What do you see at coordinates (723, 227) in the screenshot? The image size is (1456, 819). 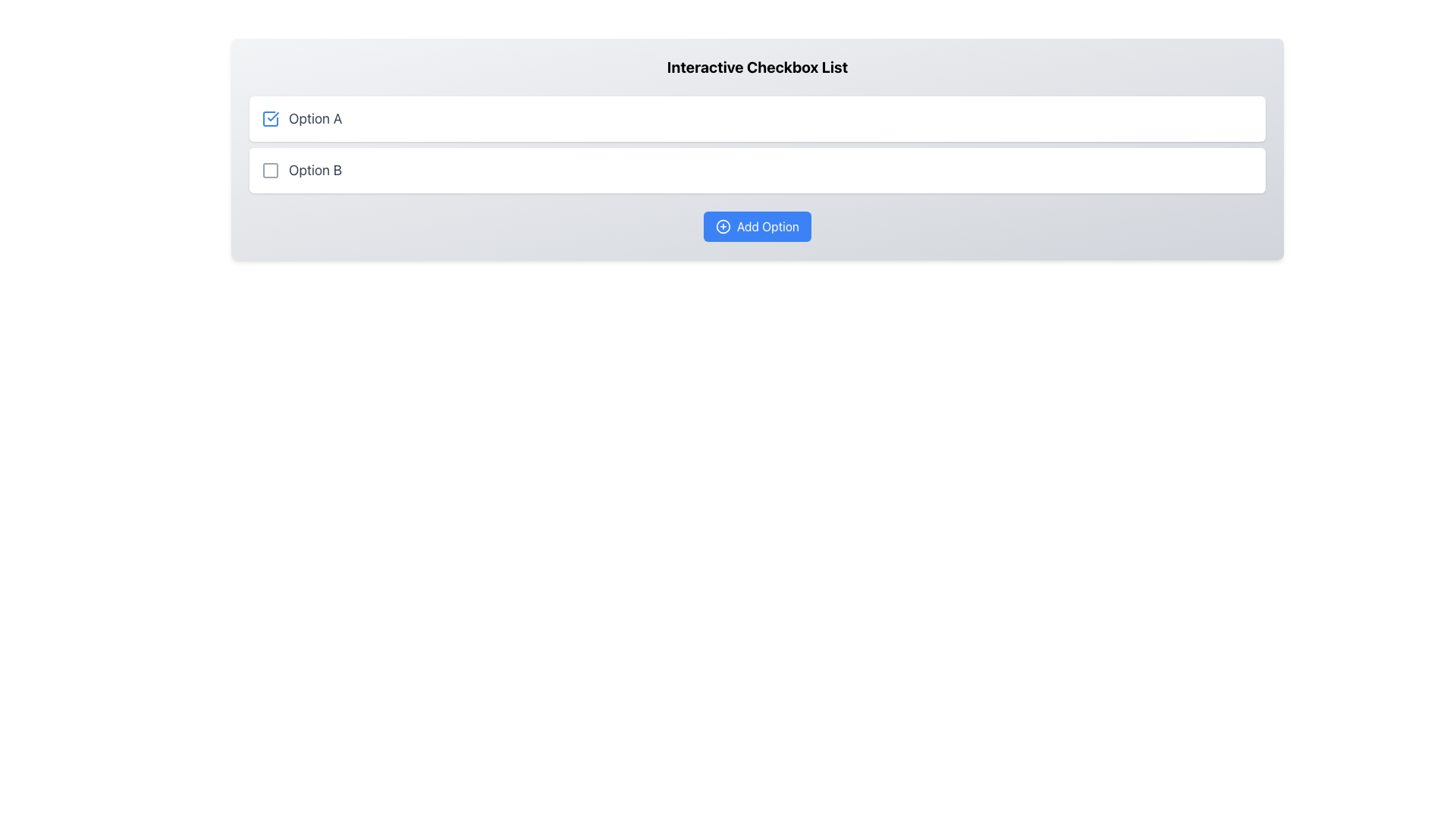 I see `the SVG Circle element which is part of the circular plus icon located above the 'Add Option' button` at bounding box center [723, 227].